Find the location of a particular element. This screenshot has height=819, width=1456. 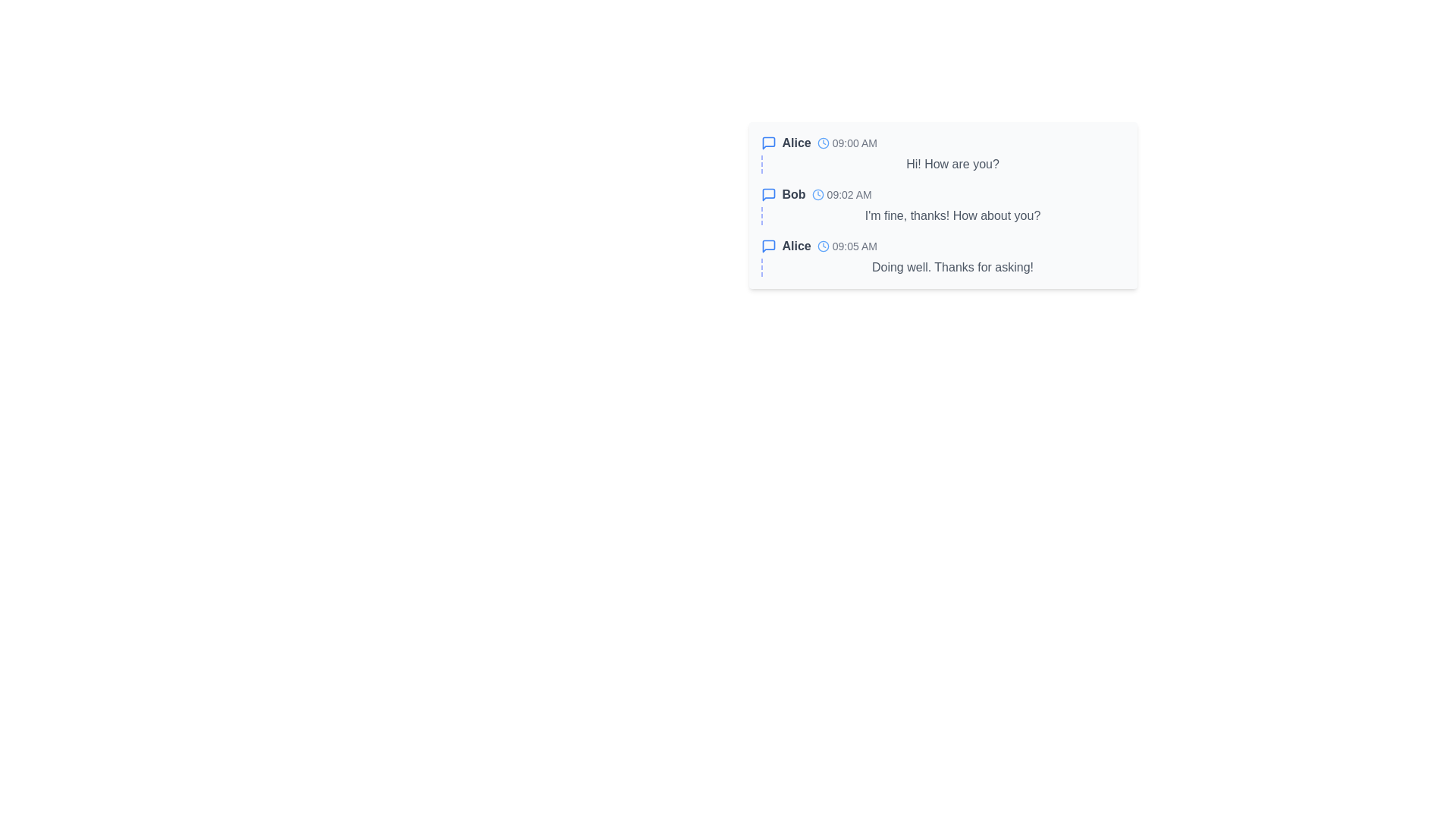

the message display text block positioned directly below the 'Alice 09:00 AM' header in the chat interface is located at coordinates (942, 164).